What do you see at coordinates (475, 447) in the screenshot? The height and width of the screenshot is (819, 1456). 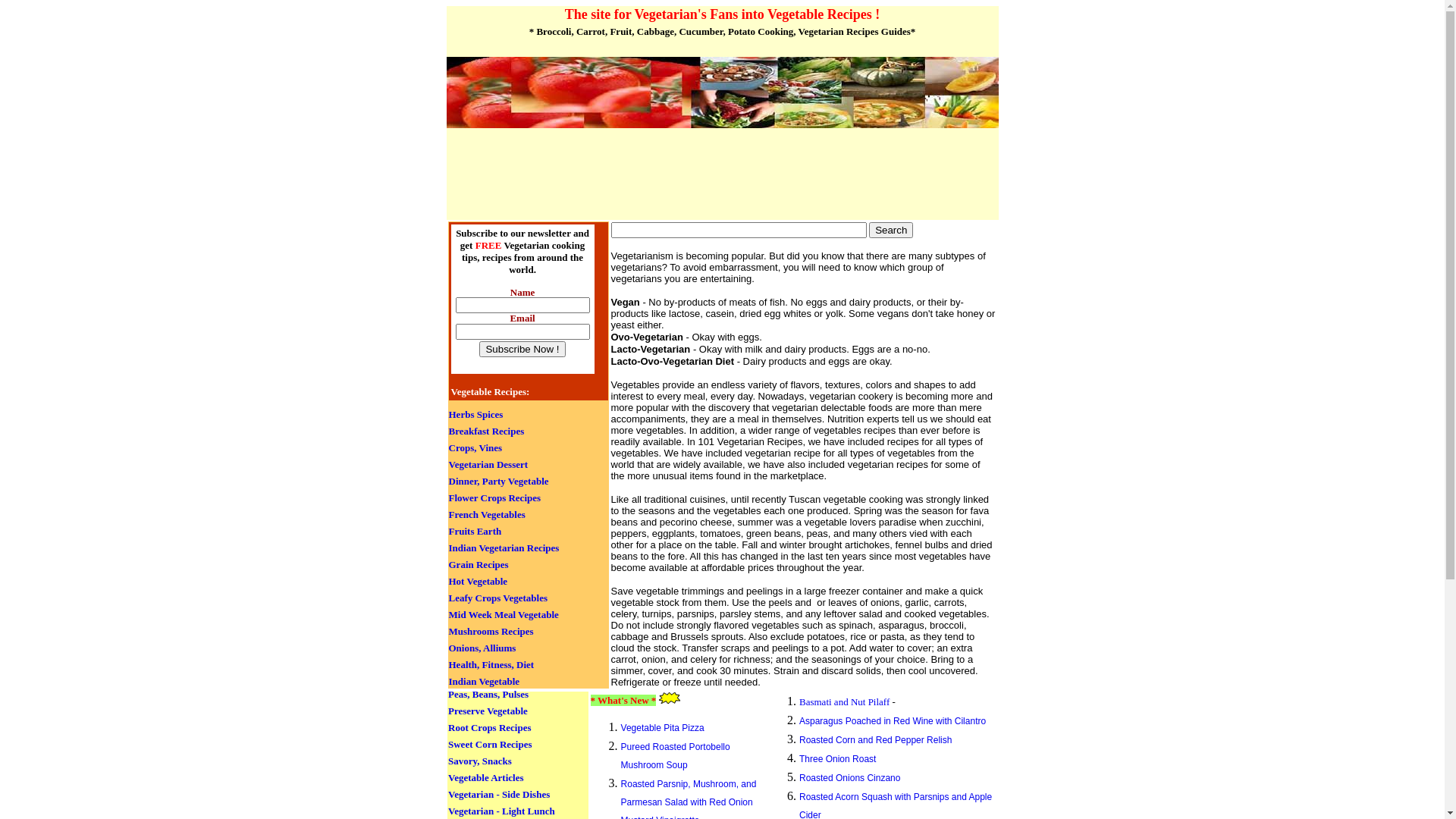 I see `'Crops, Vines'` at bounding box center [475, 447].